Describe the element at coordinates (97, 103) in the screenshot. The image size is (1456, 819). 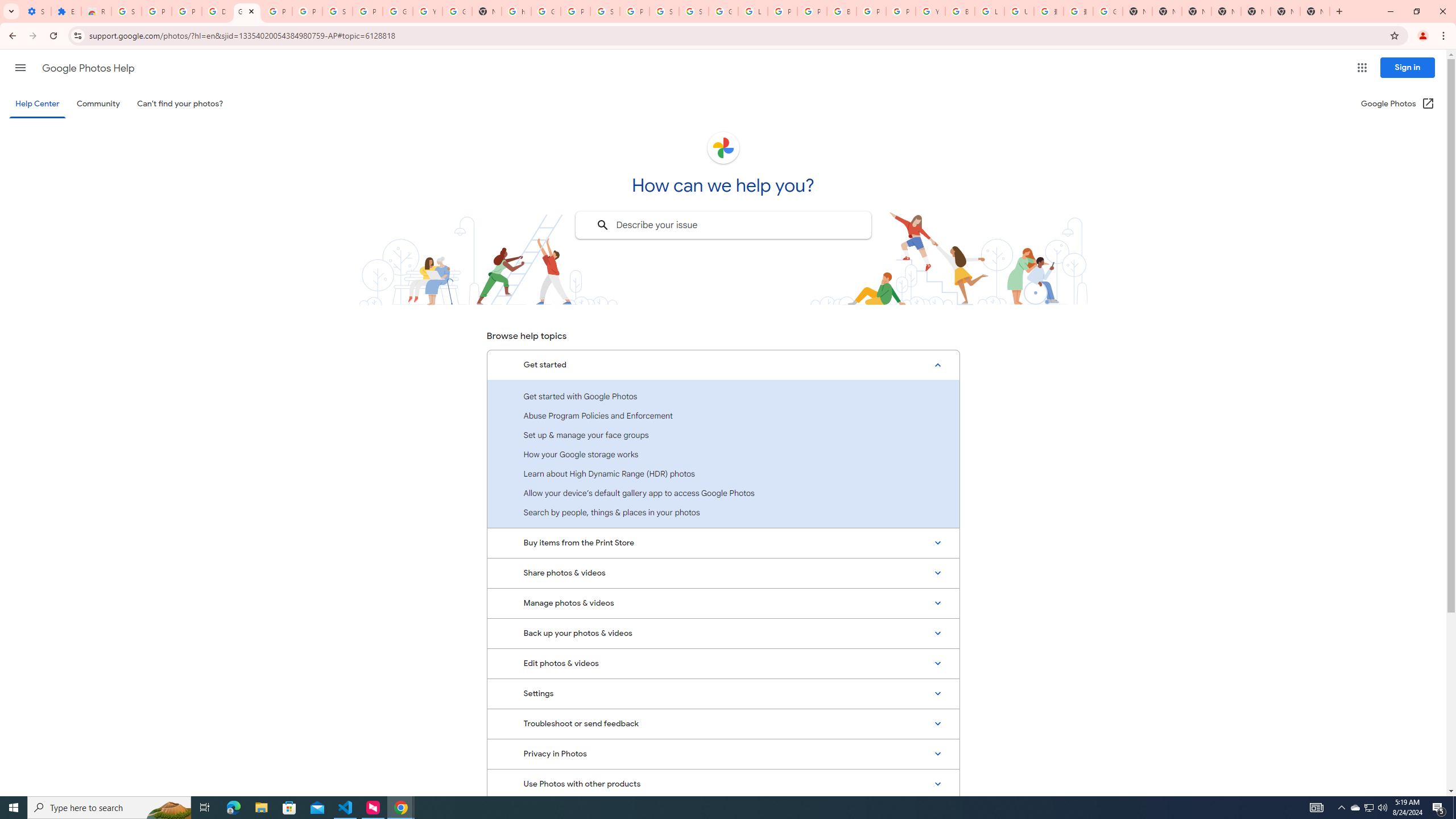
I see `'Community'` at that location.